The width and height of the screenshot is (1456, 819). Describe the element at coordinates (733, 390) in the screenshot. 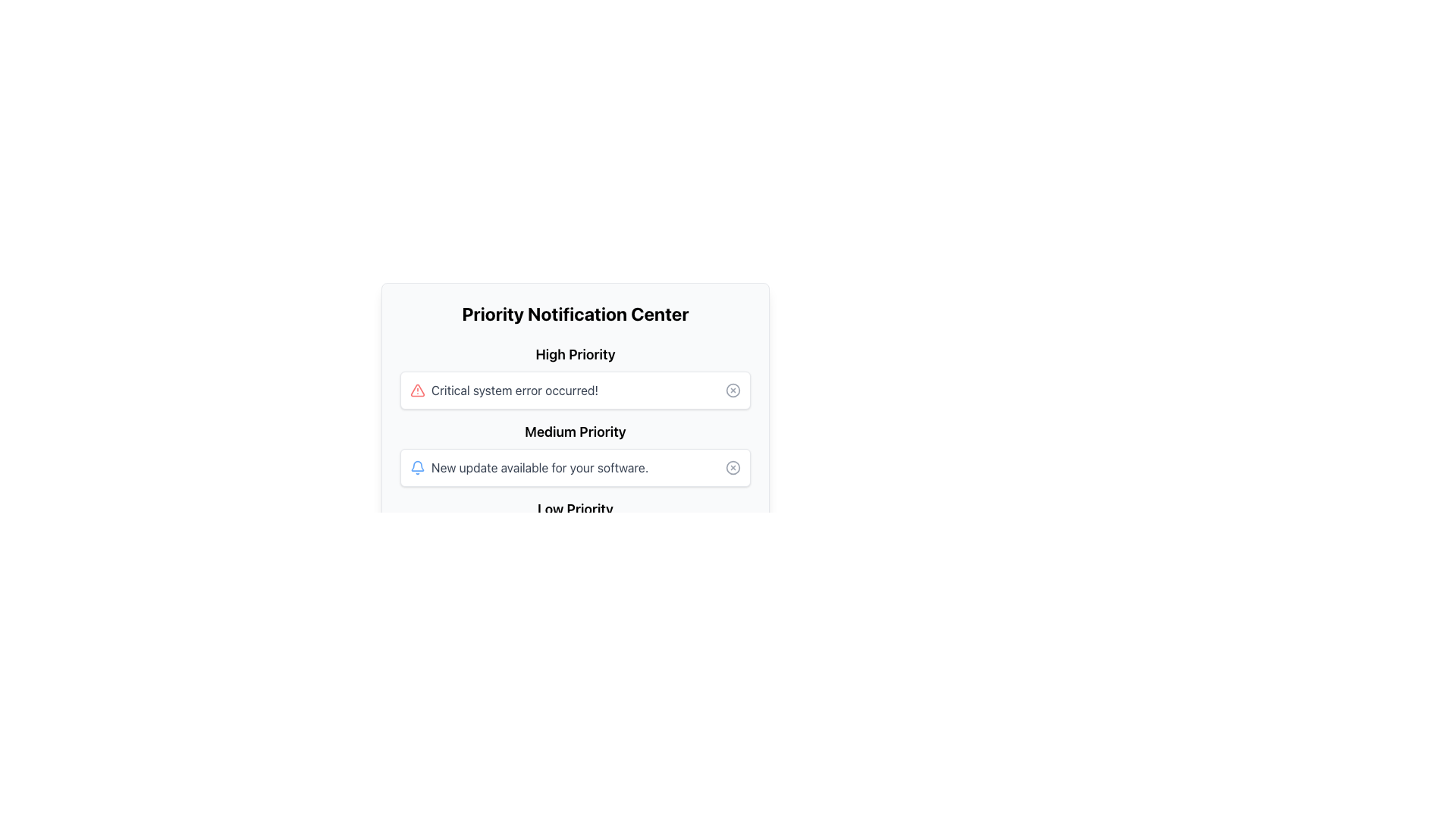

I see `the Close Button located in the rightmost section of the card labeled 'Critical system error occurred!' under 'High Priority' in the 'Priority Notification Center'` at that location.